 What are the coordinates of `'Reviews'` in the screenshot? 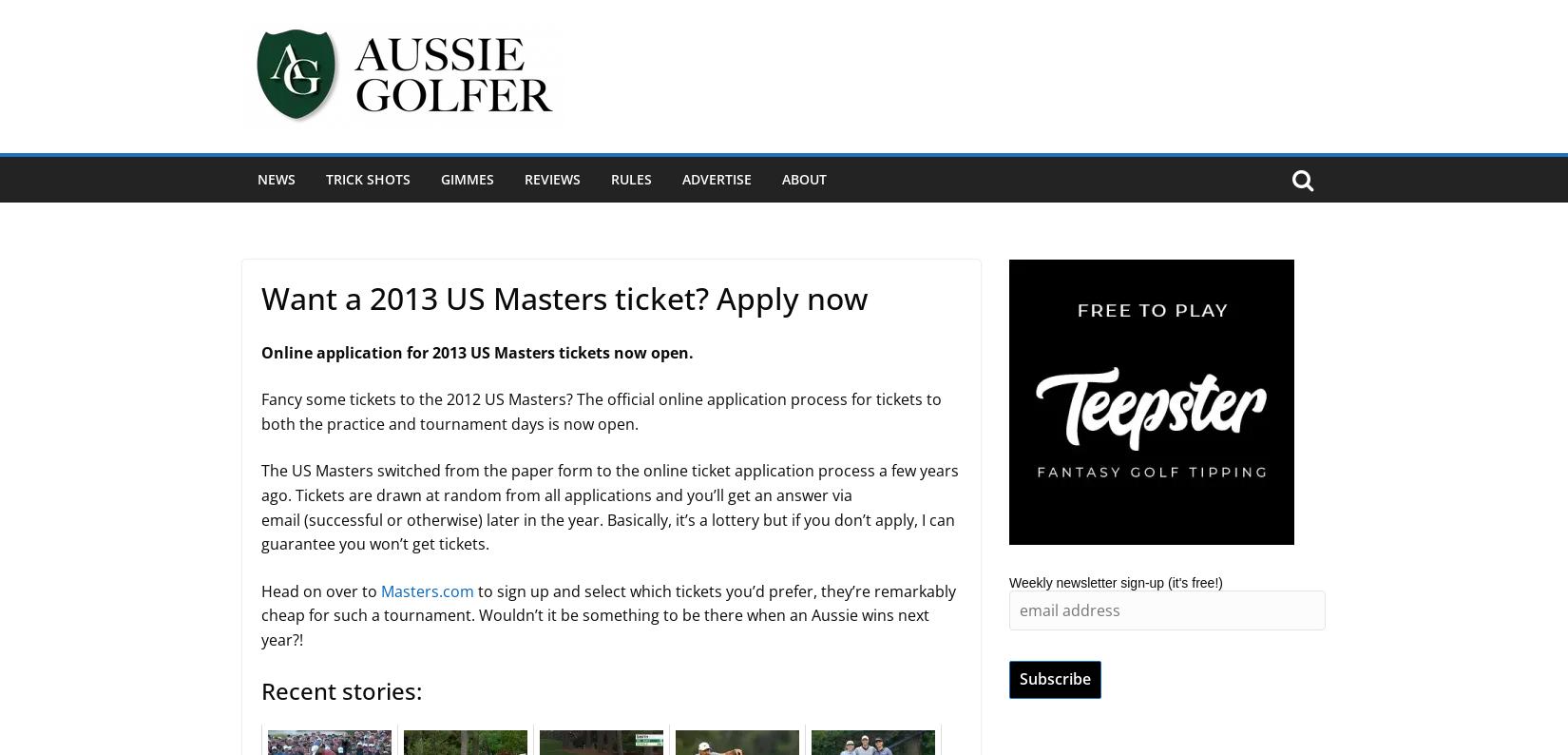 It's located at (551, 178).